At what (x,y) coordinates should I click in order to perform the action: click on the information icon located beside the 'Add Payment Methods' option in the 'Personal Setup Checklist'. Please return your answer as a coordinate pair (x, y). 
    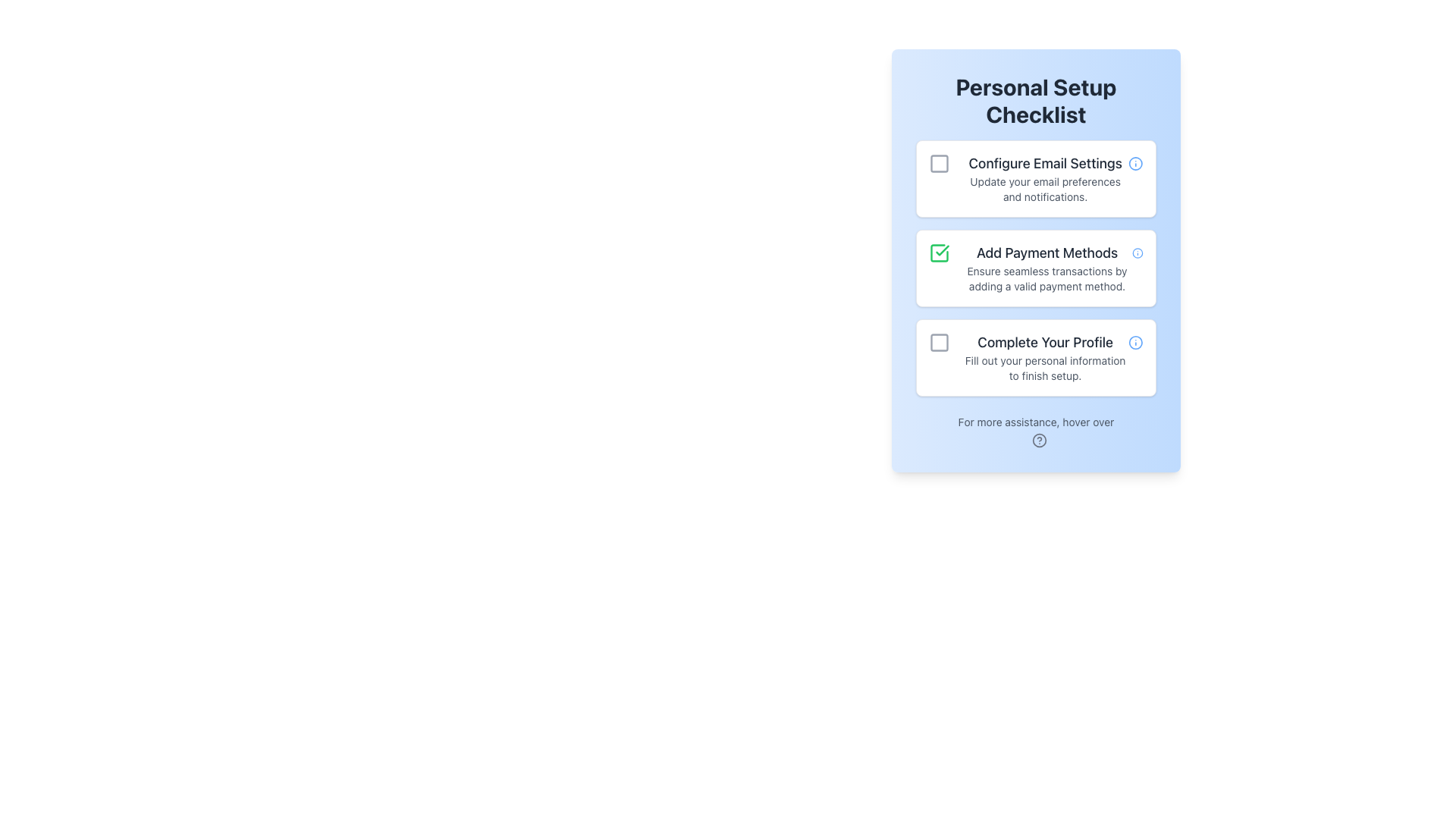
    Looking at the image, I should click on (1137, 253).